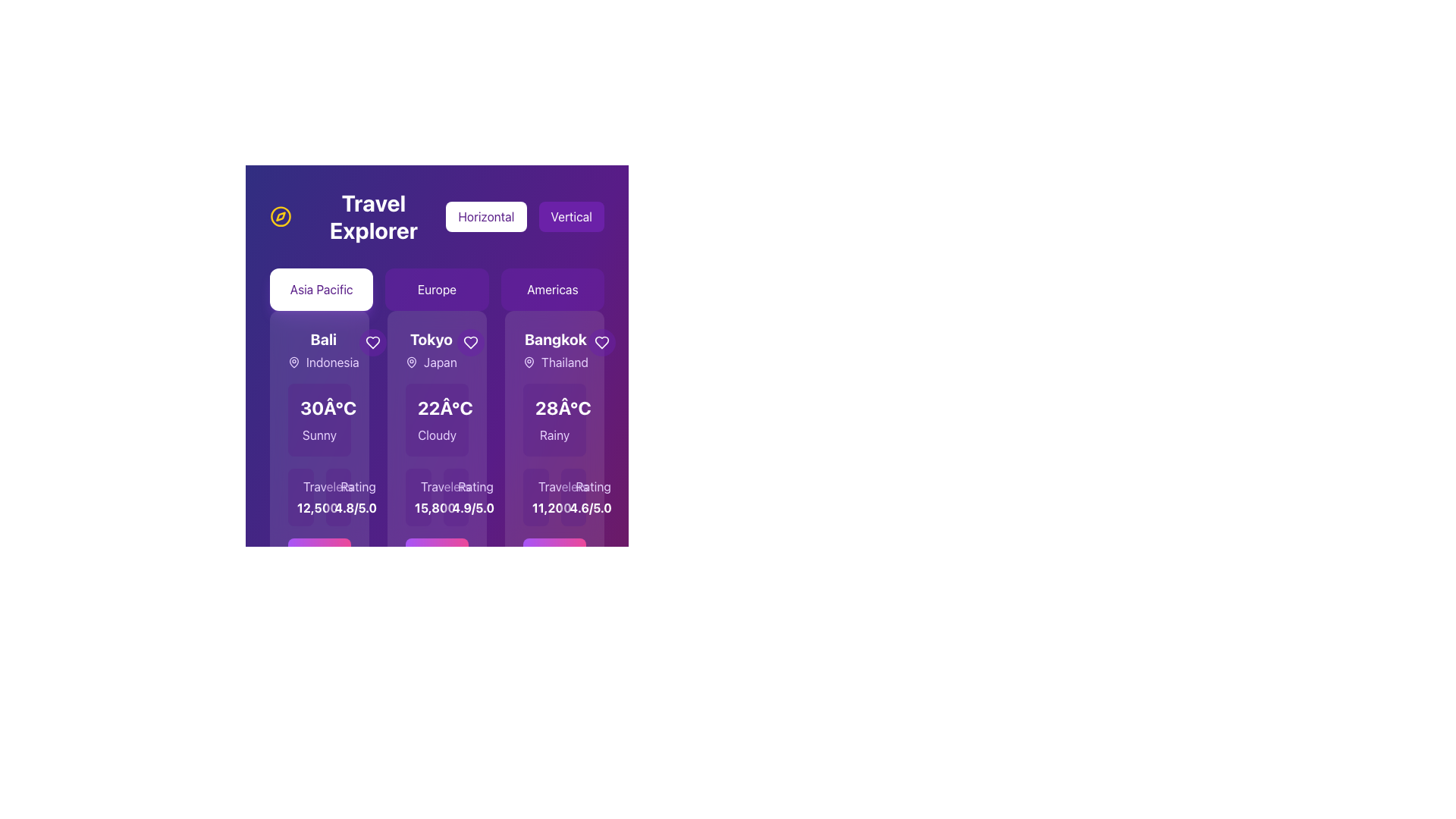  I want to click on the 'Americas' button in the 'Travel Explorer' section, so click(551, 289).